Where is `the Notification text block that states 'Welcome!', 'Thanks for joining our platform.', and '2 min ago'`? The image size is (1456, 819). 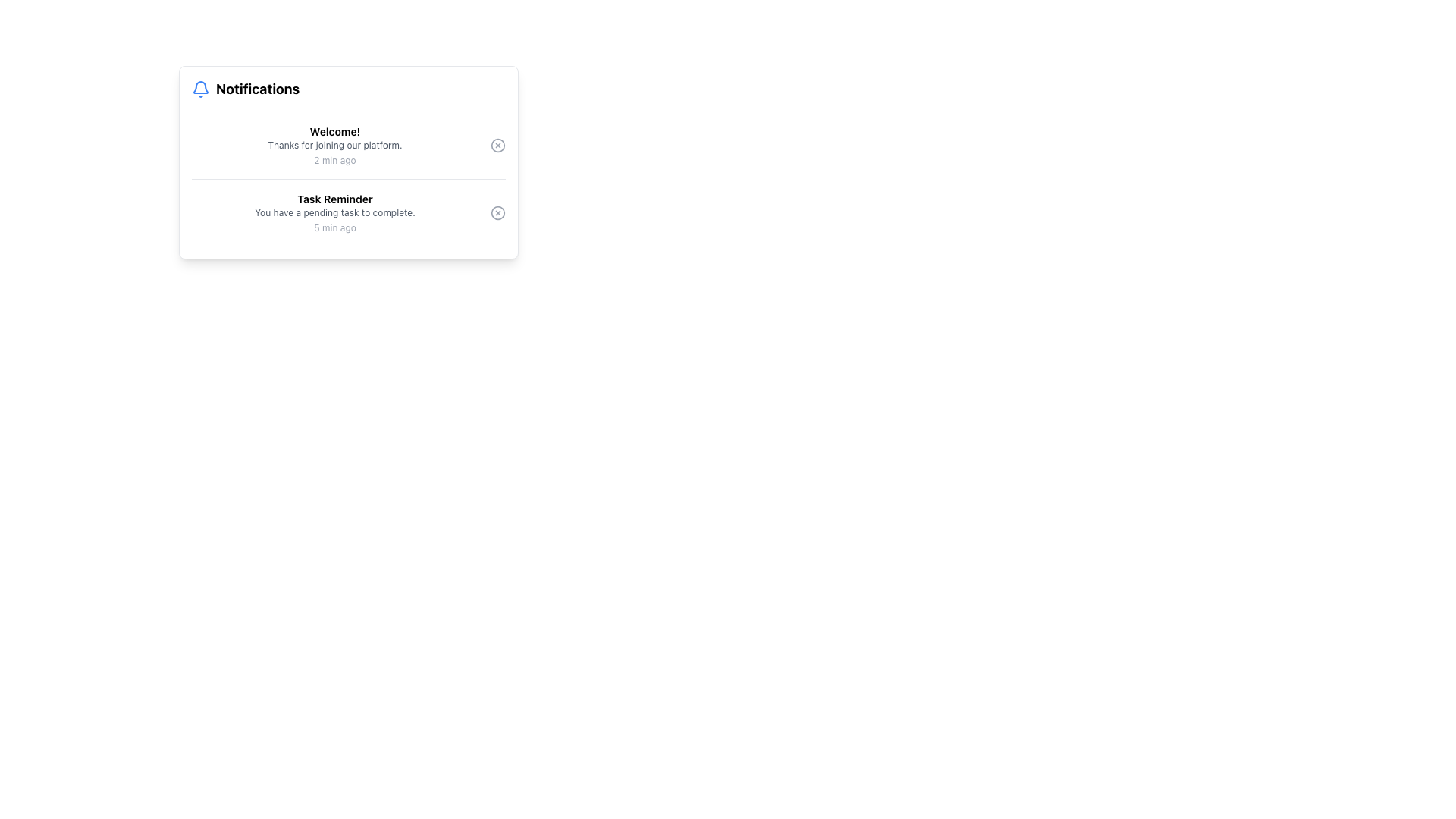
the Notification text block that states 'Welcome!', 'Thanks for joining our platform.', and '2 min ago' is located at coordinates (334, 146).